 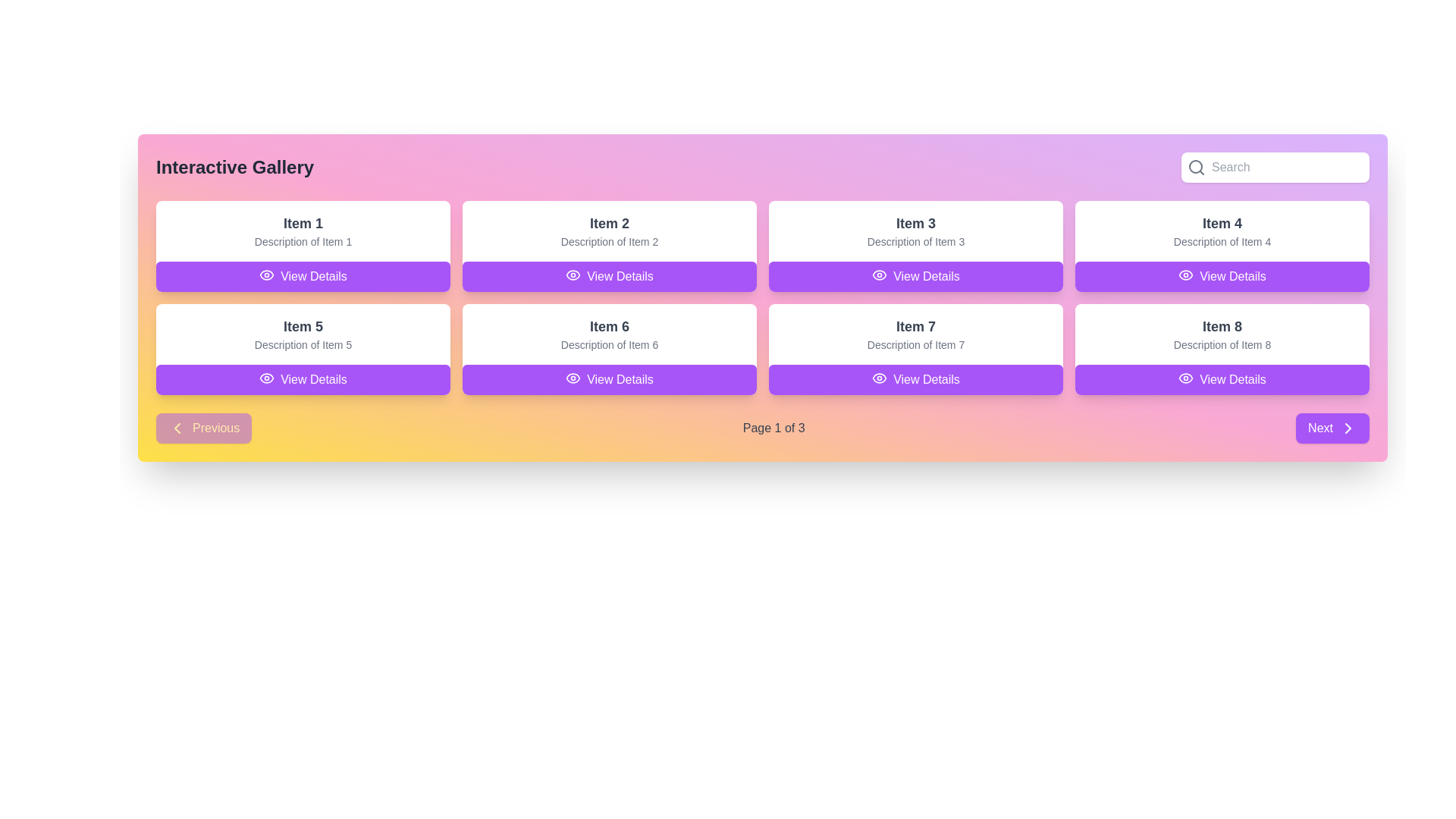 I want to click on the circular component within the SVG search icon located in the top-right corner of the interface, adjacent to the 'Search' text input field, so click(x=1195, y=166).